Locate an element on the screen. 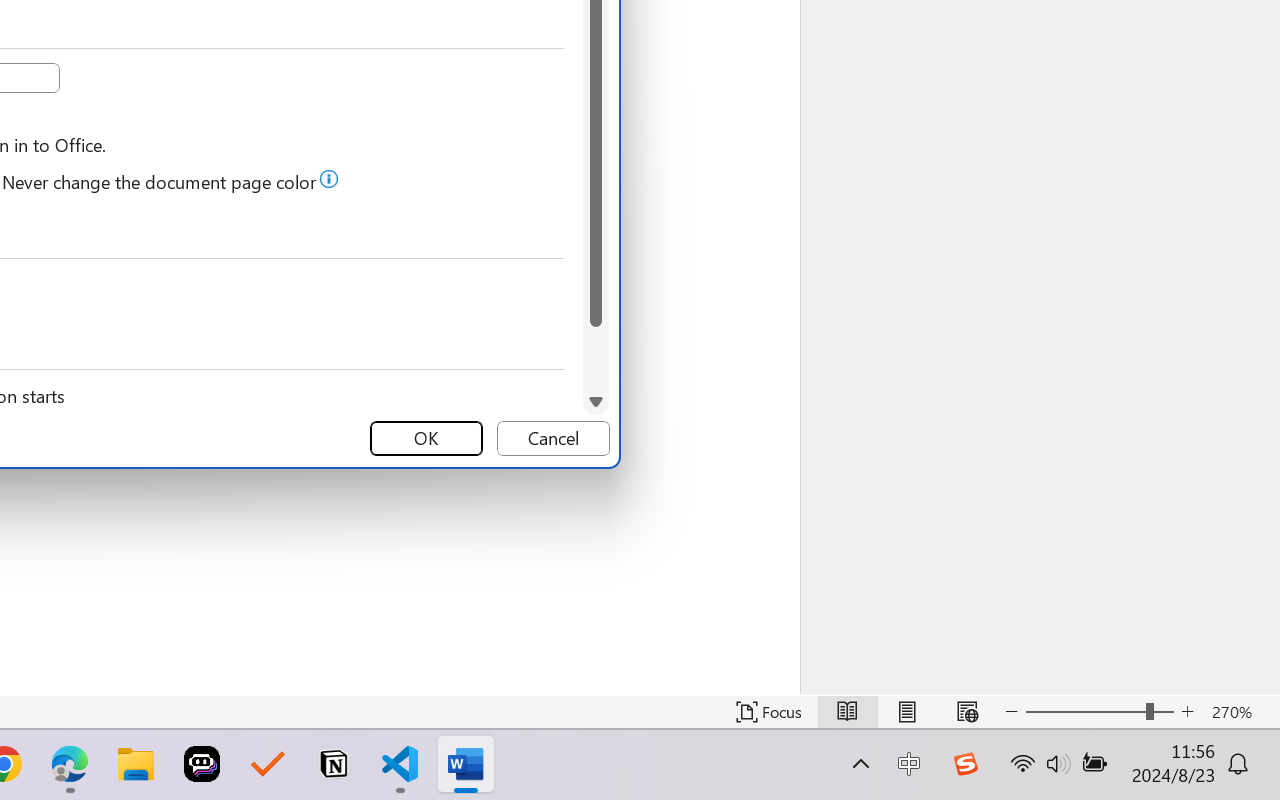  'Text Size' is located at coordinates (1099, 711).